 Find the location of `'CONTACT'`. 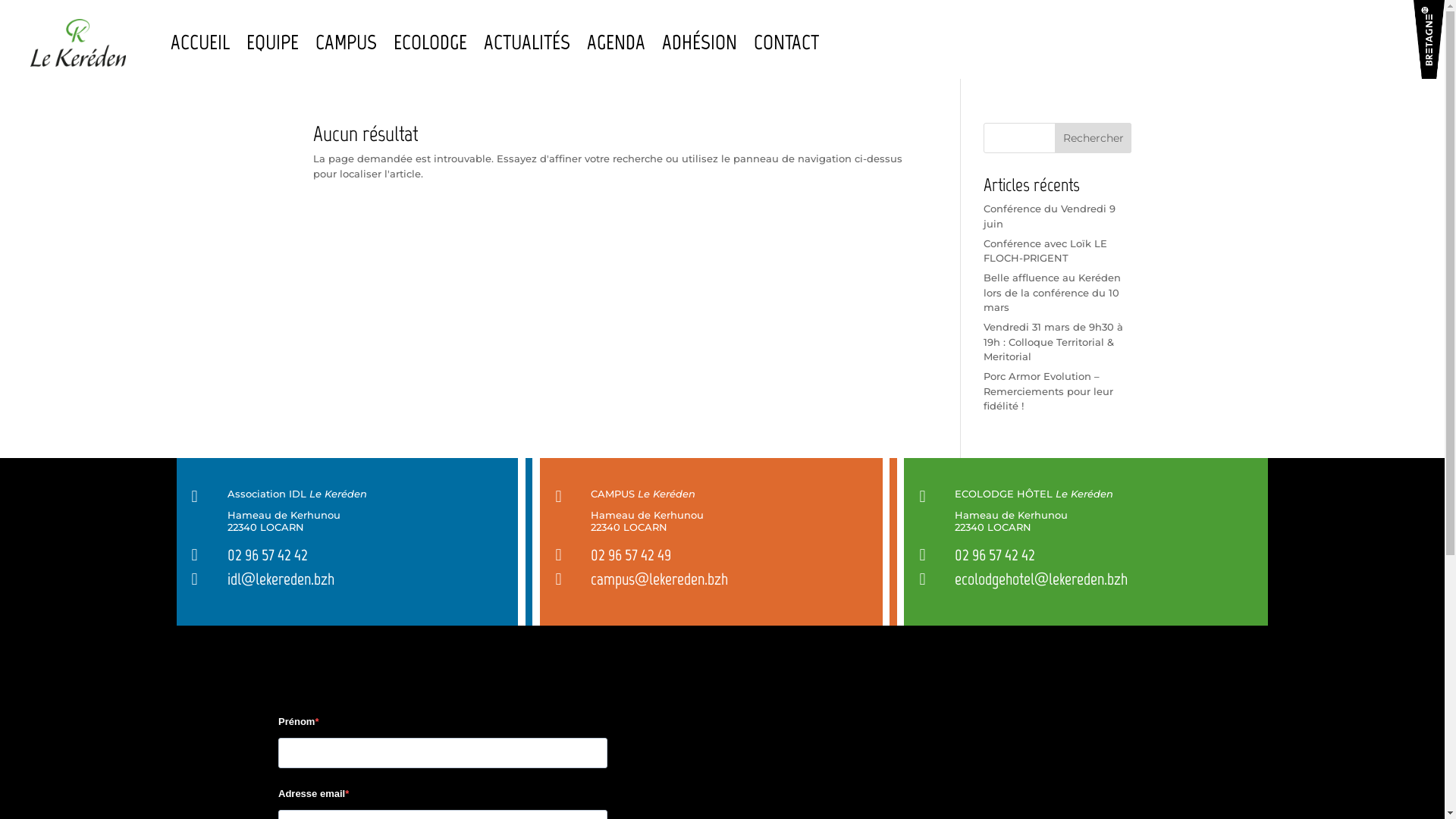

'CONTACT' is located at coordinates (753, 42).